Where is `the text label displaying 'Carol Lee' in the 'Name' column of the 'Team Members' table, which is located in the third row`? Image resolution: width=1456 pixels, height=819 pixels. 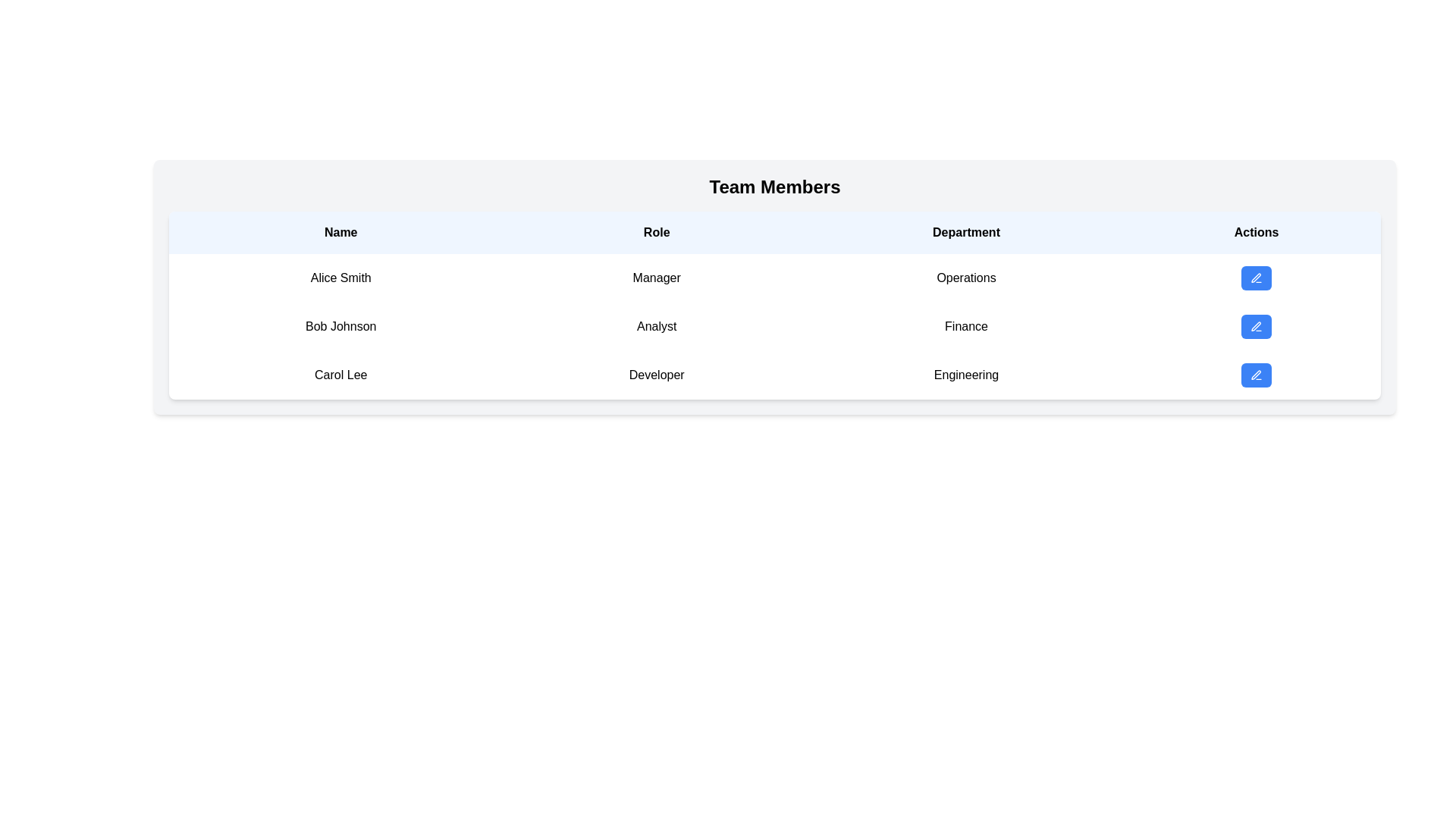
the text label displaying 'Carol Lee' in the 'Name' column of the 'Team Members' table, which is located in the third row is located at coordinates (340, 375).